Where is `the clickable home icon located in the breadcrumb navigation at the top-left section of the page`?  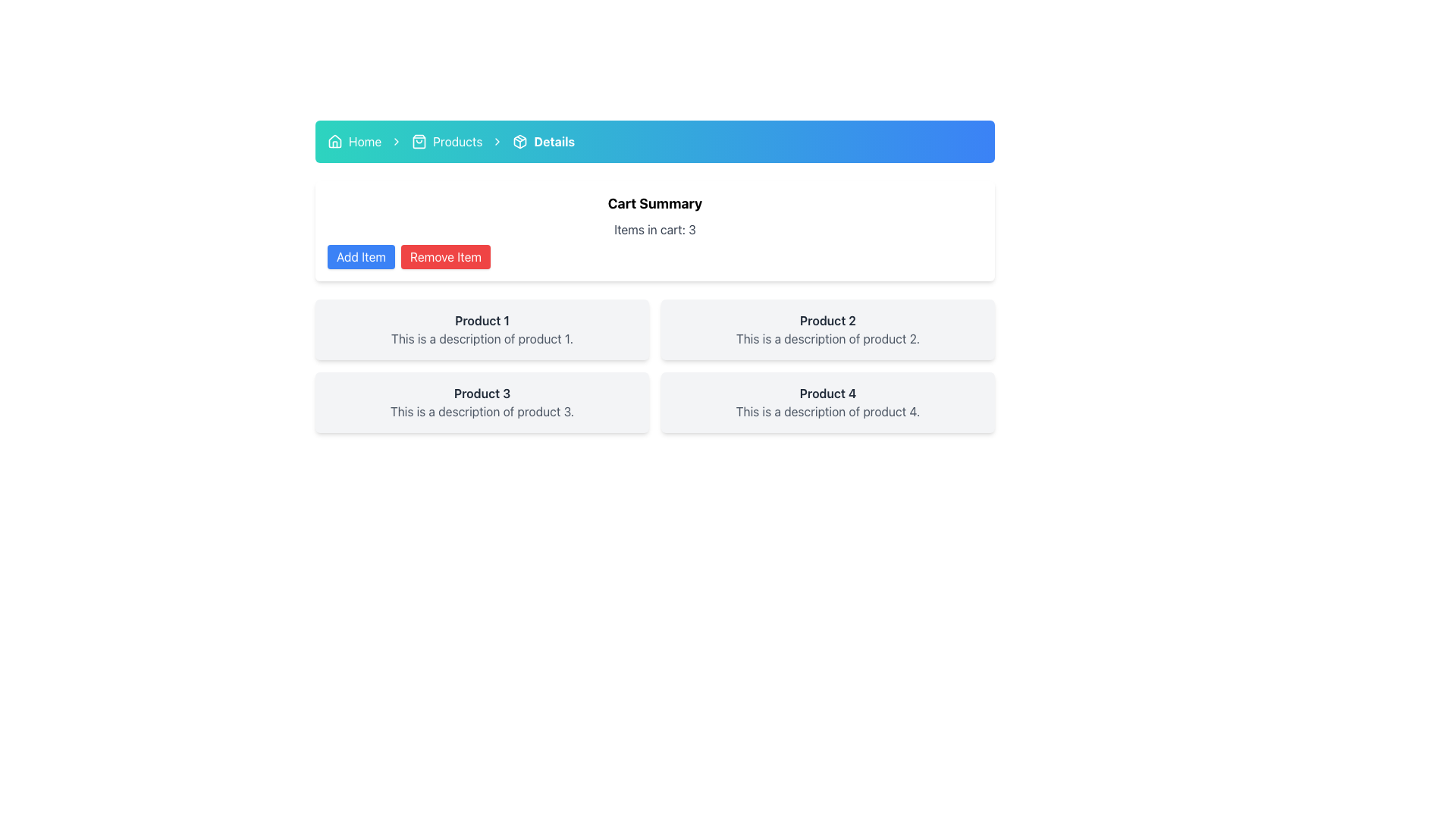 the clickable home icon located in the breadcrumb navigation at the top-left section of the page is located at coordinates (334, 140).